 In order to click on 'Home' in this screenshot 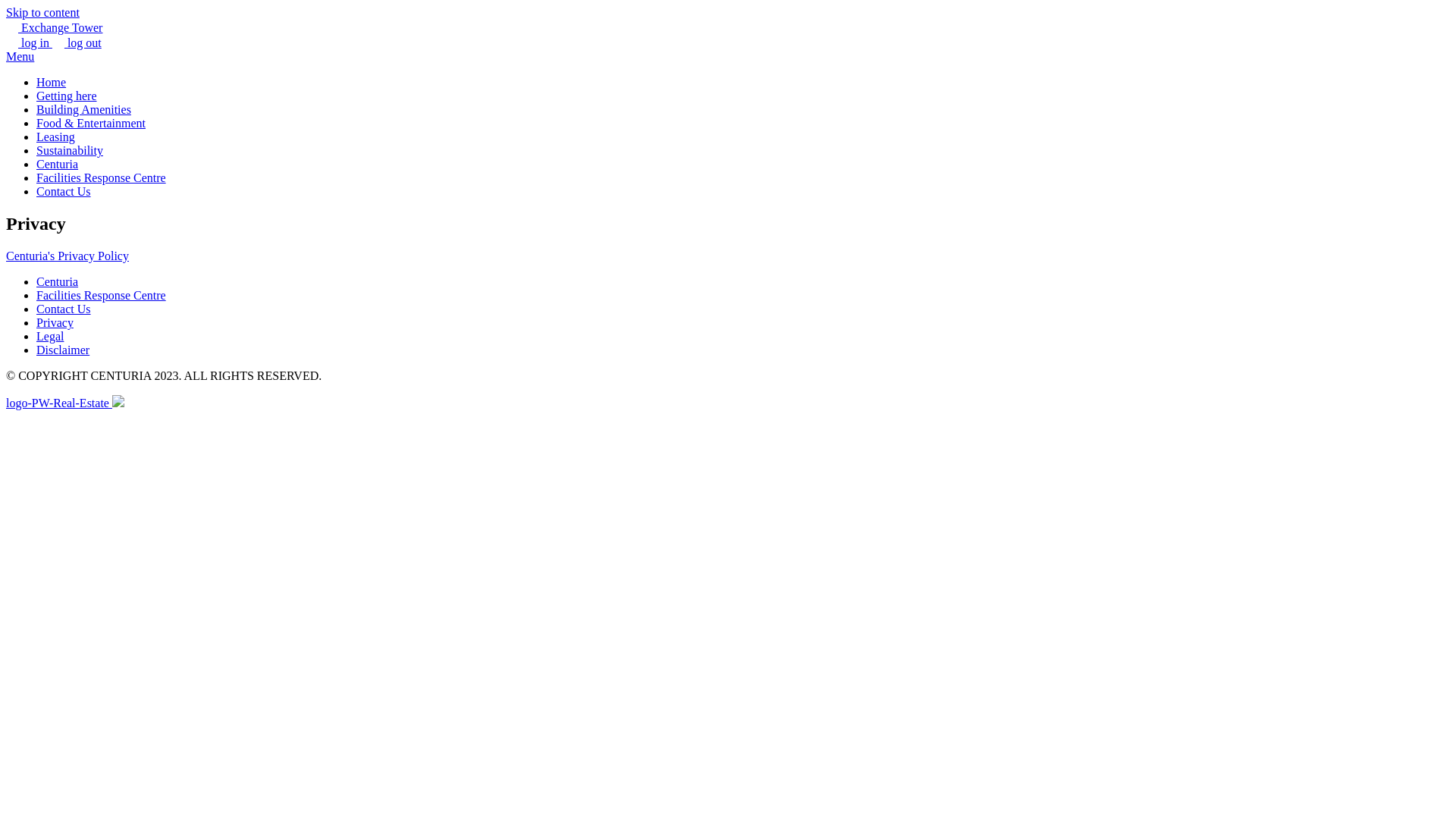, I will do `click(36, 82)`.